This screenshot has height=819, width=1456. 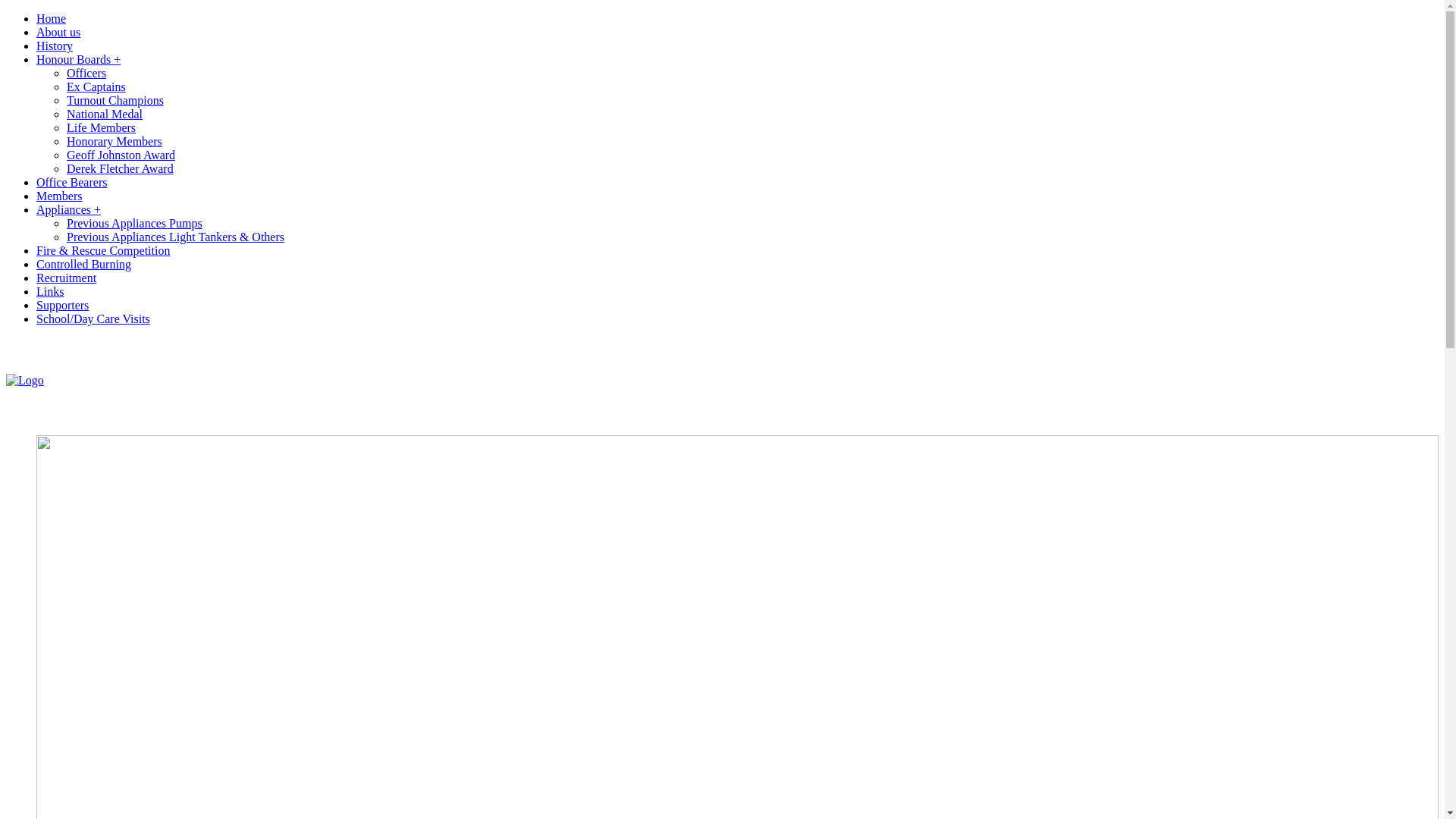 What do you see at coordinates (175, 237) in the screenshot?
I see `'Previous Appliances Light Tankers & Others'` at bounding box center [175, 237].